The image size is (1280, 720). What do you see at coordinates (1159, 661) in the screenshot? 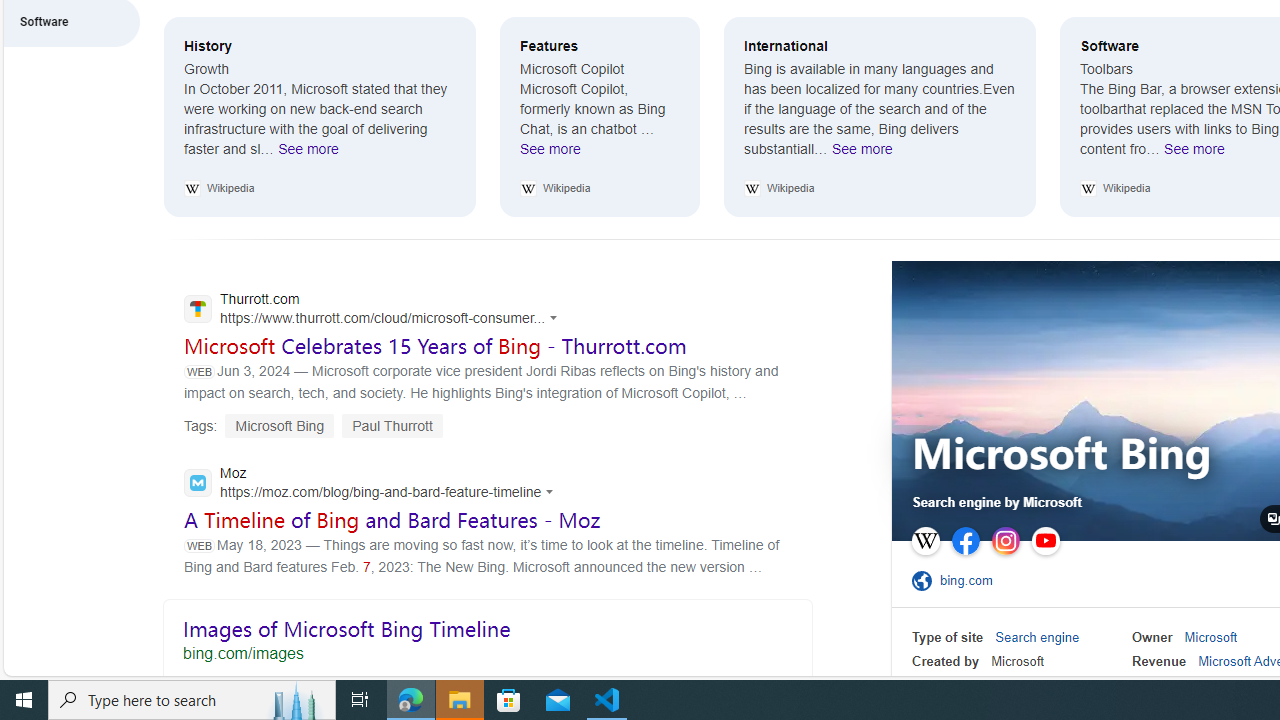
I see `'Revenue'` at bounding box center [1159, 661].